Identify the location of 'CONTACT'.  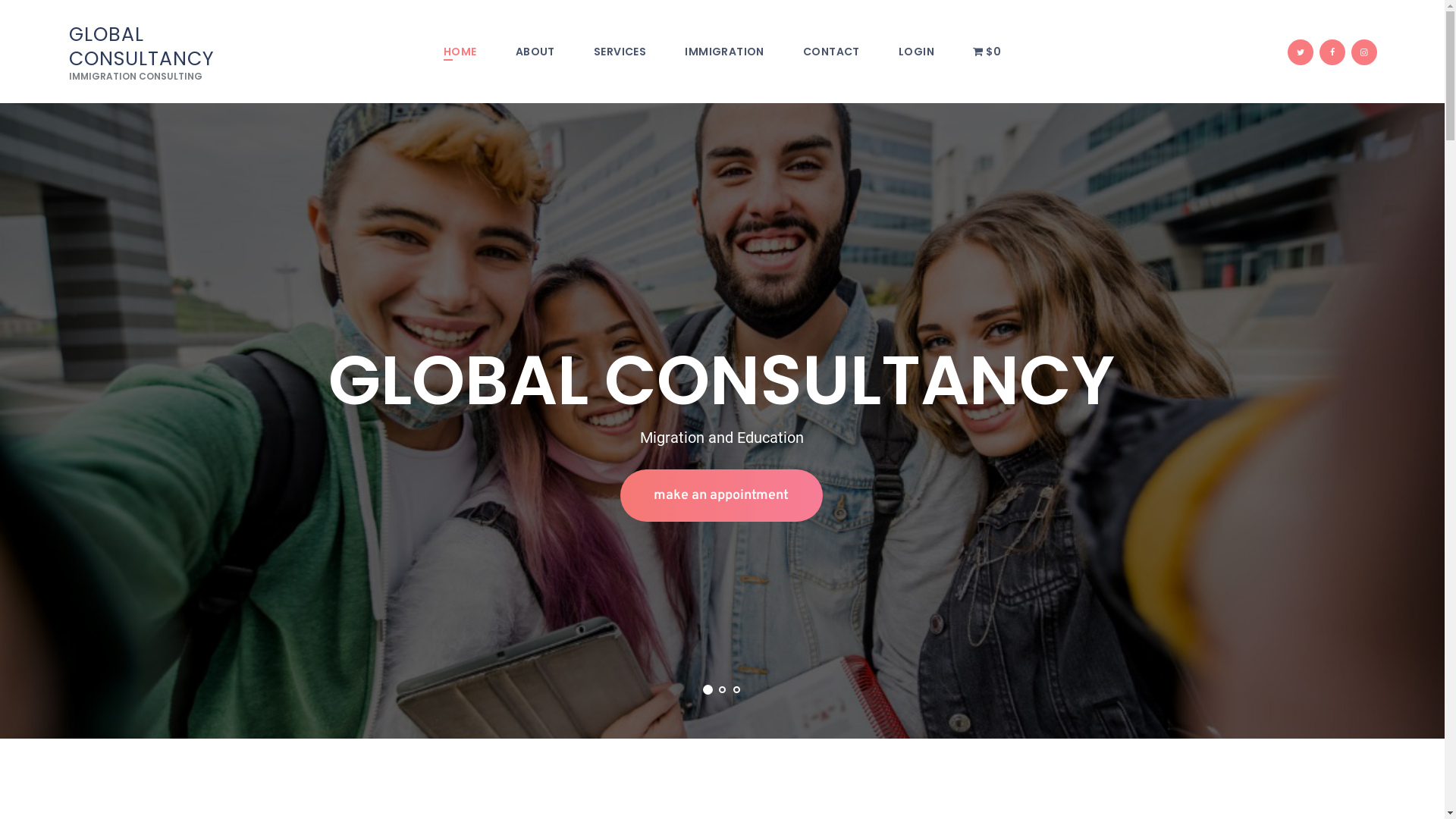
(830, 52).